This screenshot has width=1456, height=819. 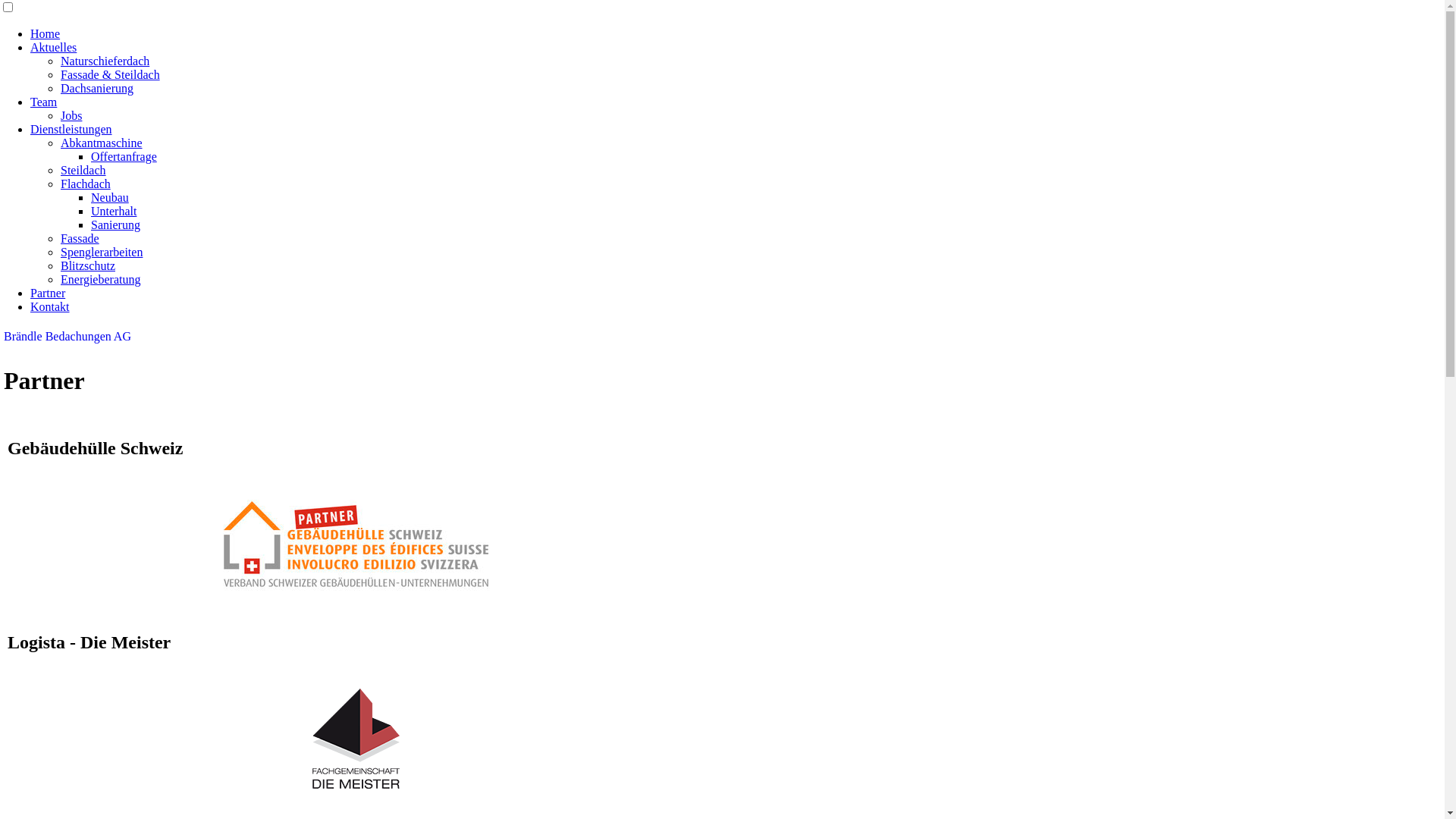 What do you see at coordinates (115, 224) in the screenshot?
I see `'Sanierung'` at bounding box center [115, 224].